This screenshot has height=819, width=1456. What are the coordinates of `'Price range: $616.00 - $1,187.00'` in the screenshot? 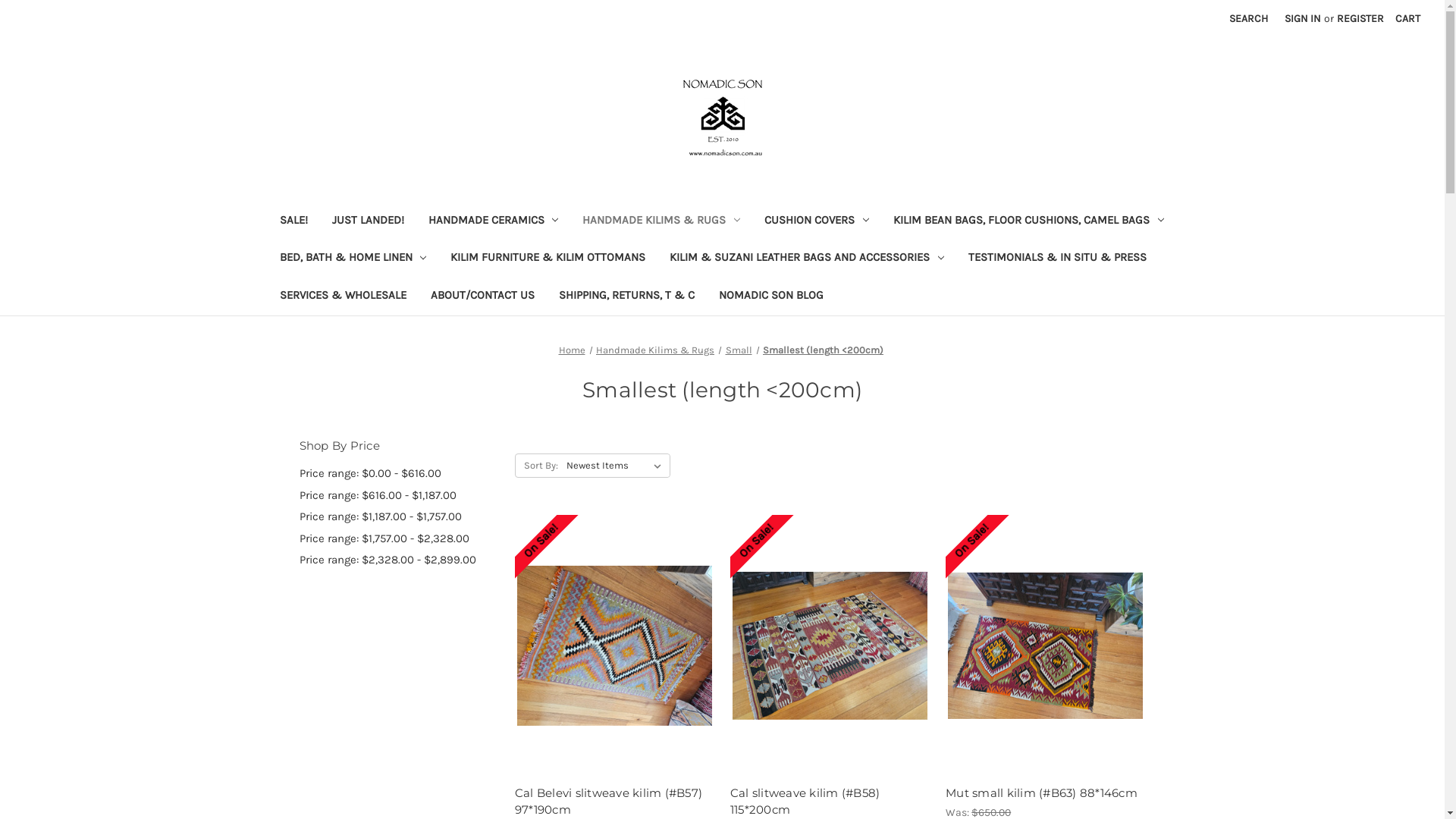 It's located at (398, 495).